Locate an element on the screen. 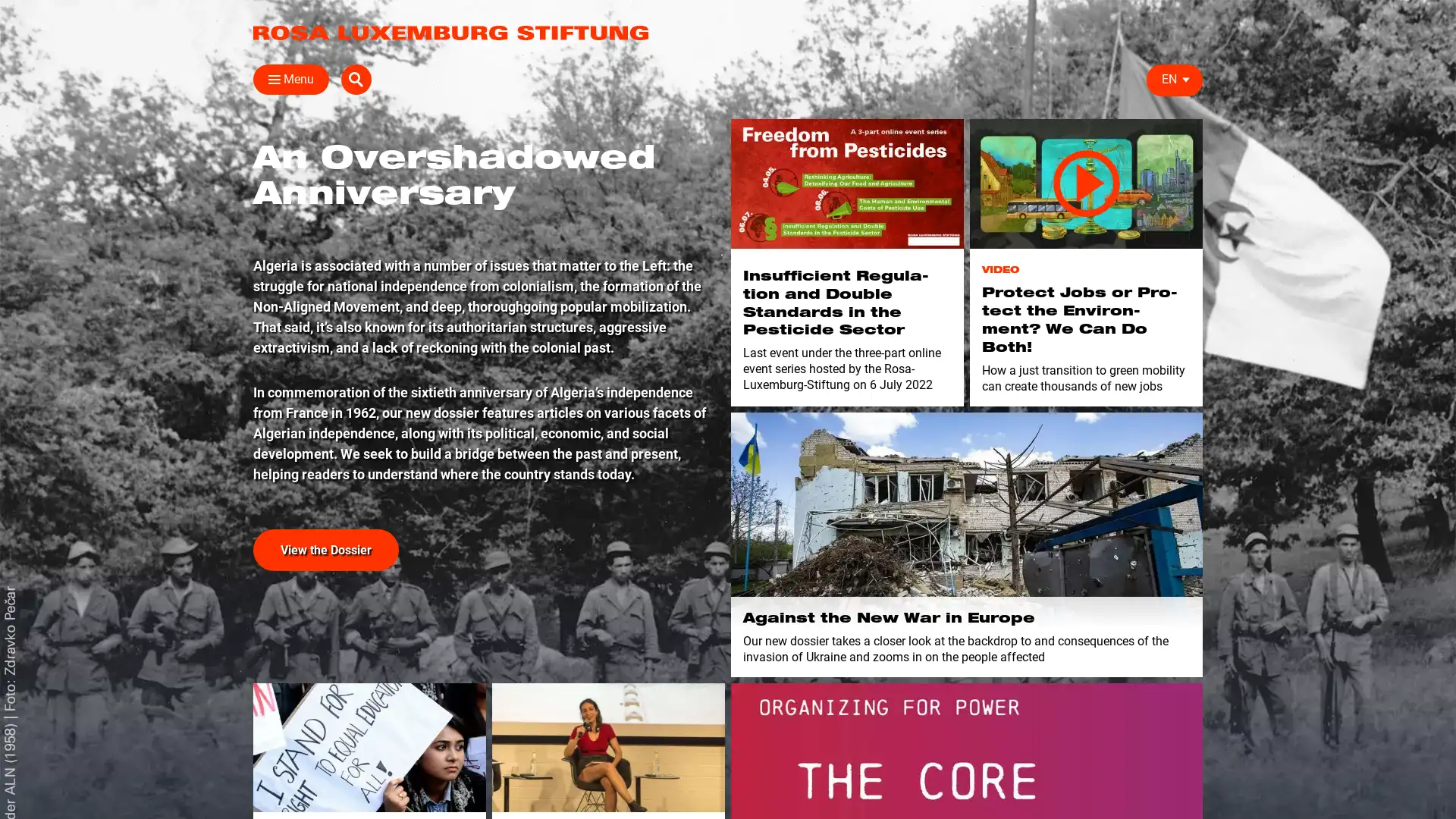 The width and height of the screenshot is (1456, 819). Show more / less is located at coordinates (483, 275).